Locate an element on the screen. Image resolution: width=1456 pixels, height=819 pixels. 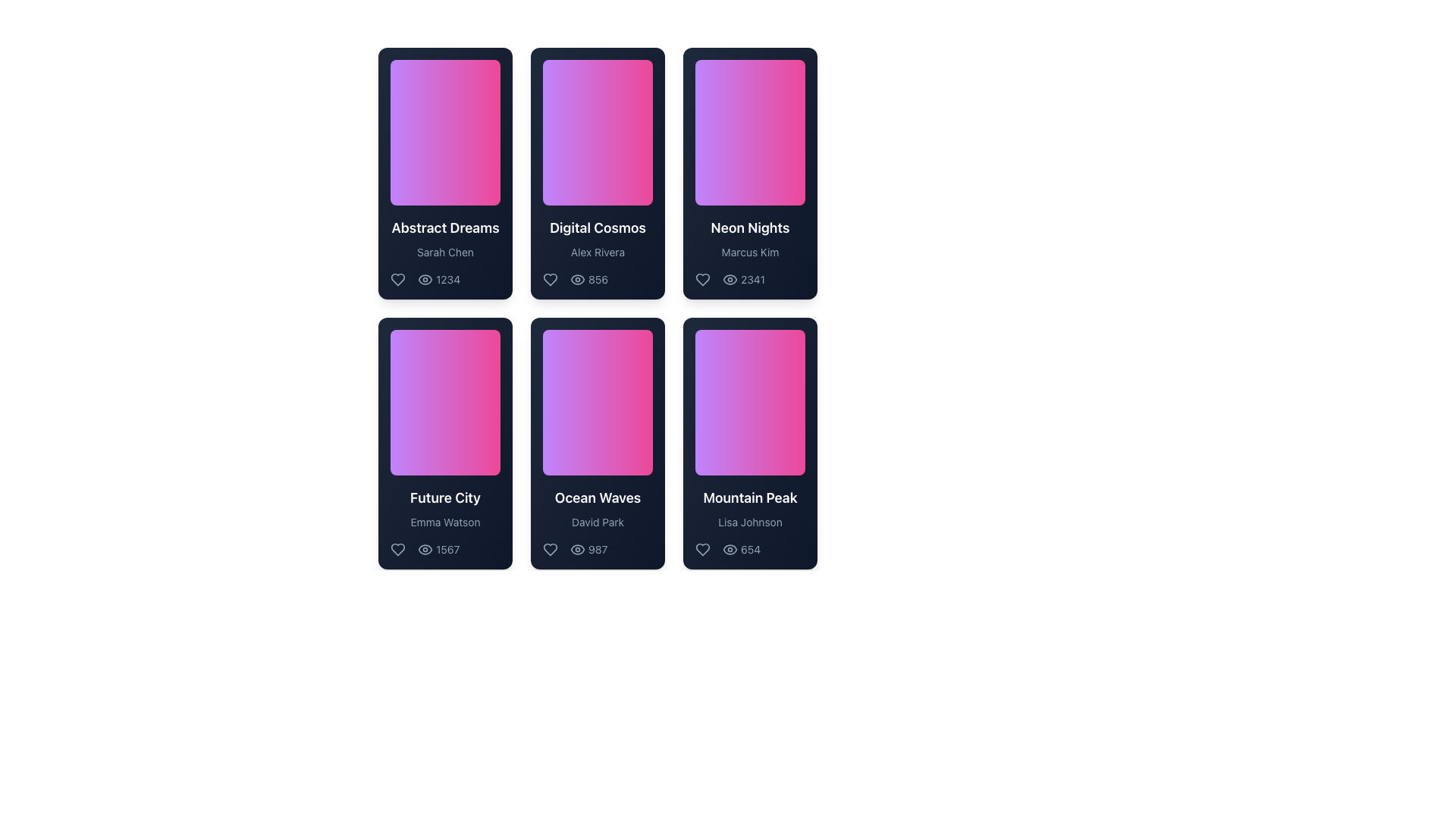
the static text element displaying the numeric value '856', which is styled in light color on a dark background and located next to an eye icon within the 'Digital Cosmos' card is located at coordinates (574, 280).